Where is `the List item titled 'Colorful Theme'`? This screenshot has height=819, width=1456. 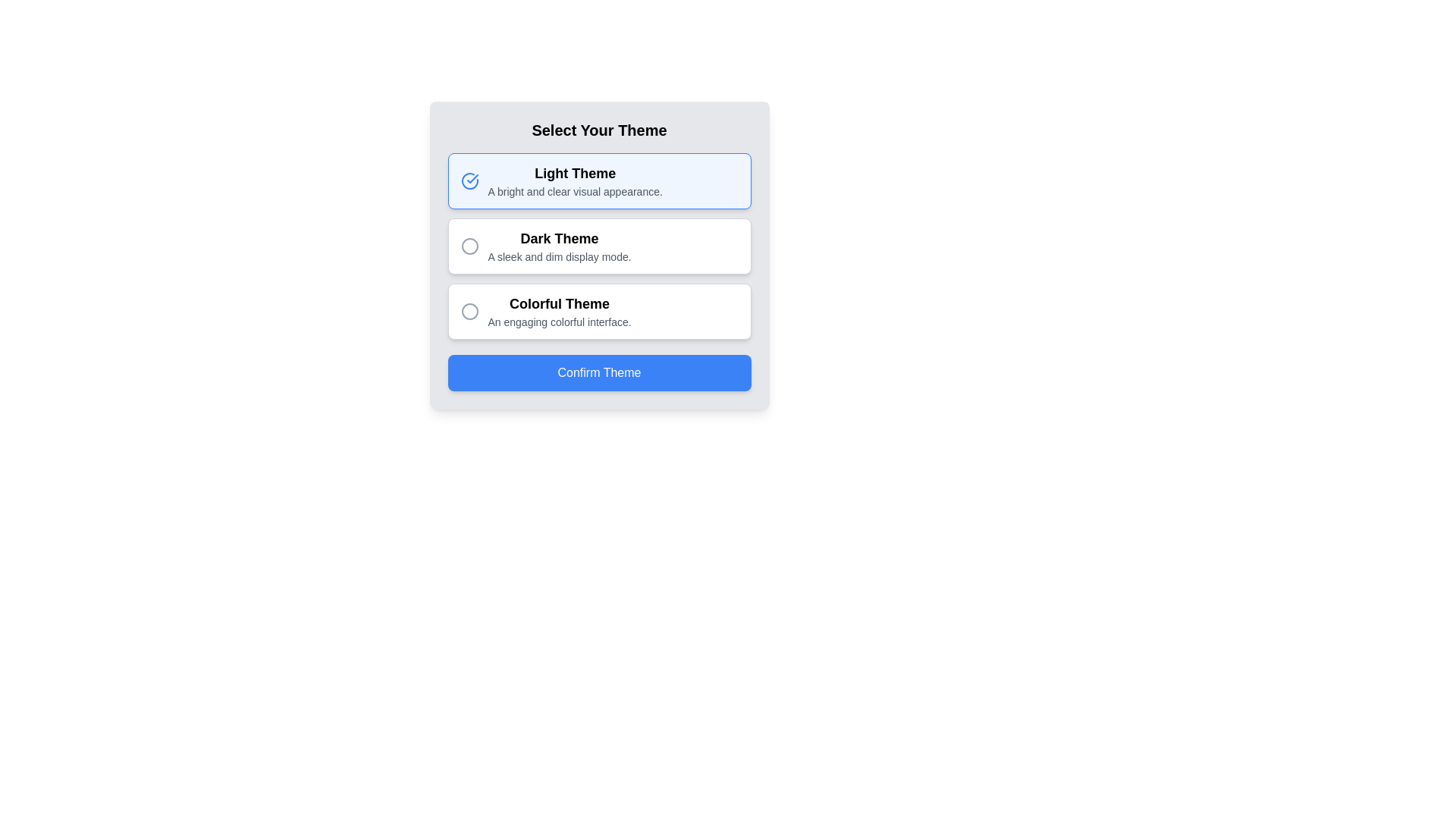 the List item titled 'Colorful Theme' is located at coordinates (559, 311).